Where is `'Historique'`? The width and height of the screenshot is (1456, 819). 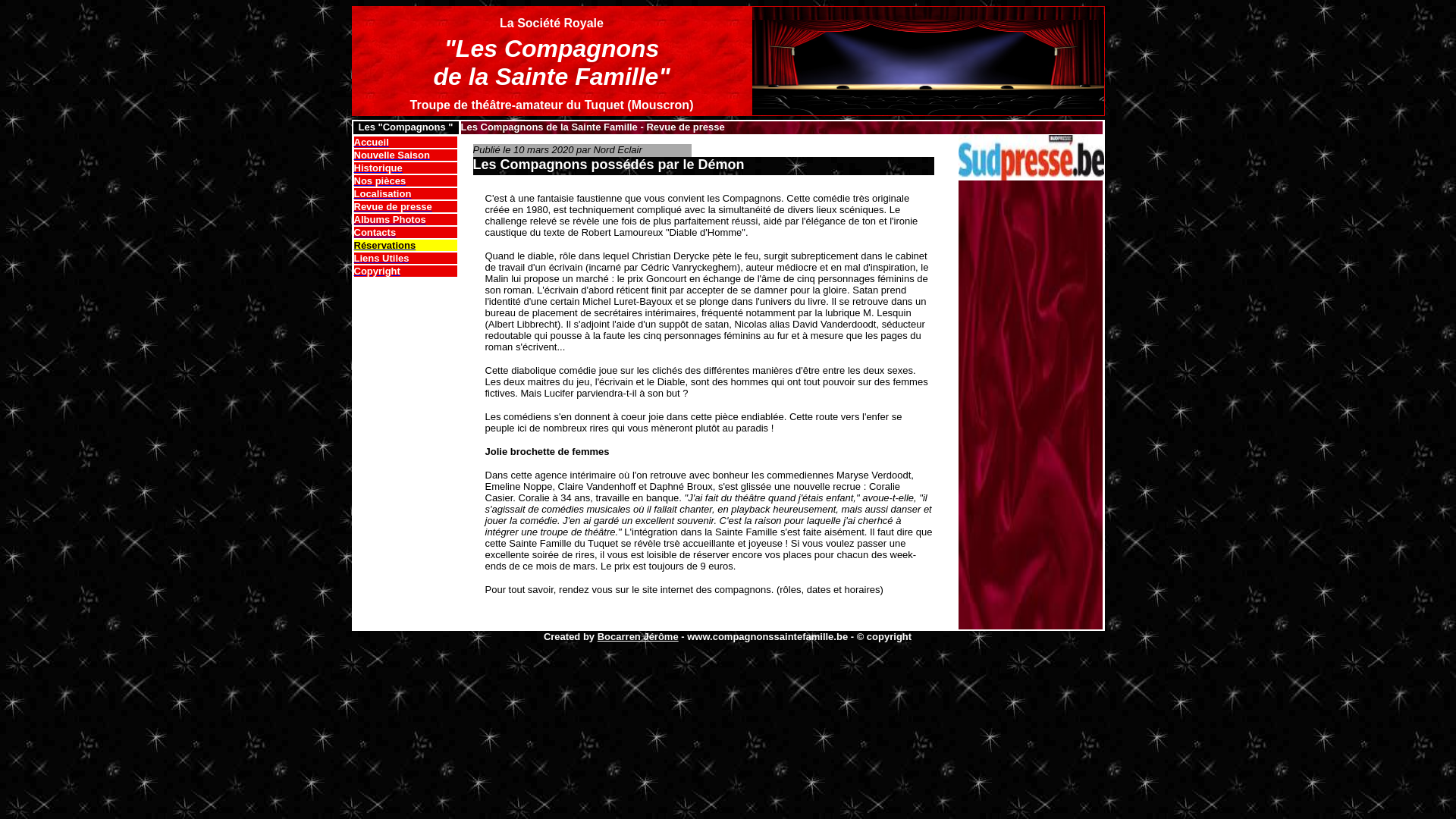 'Historique' is located at coordinates (352, 167).